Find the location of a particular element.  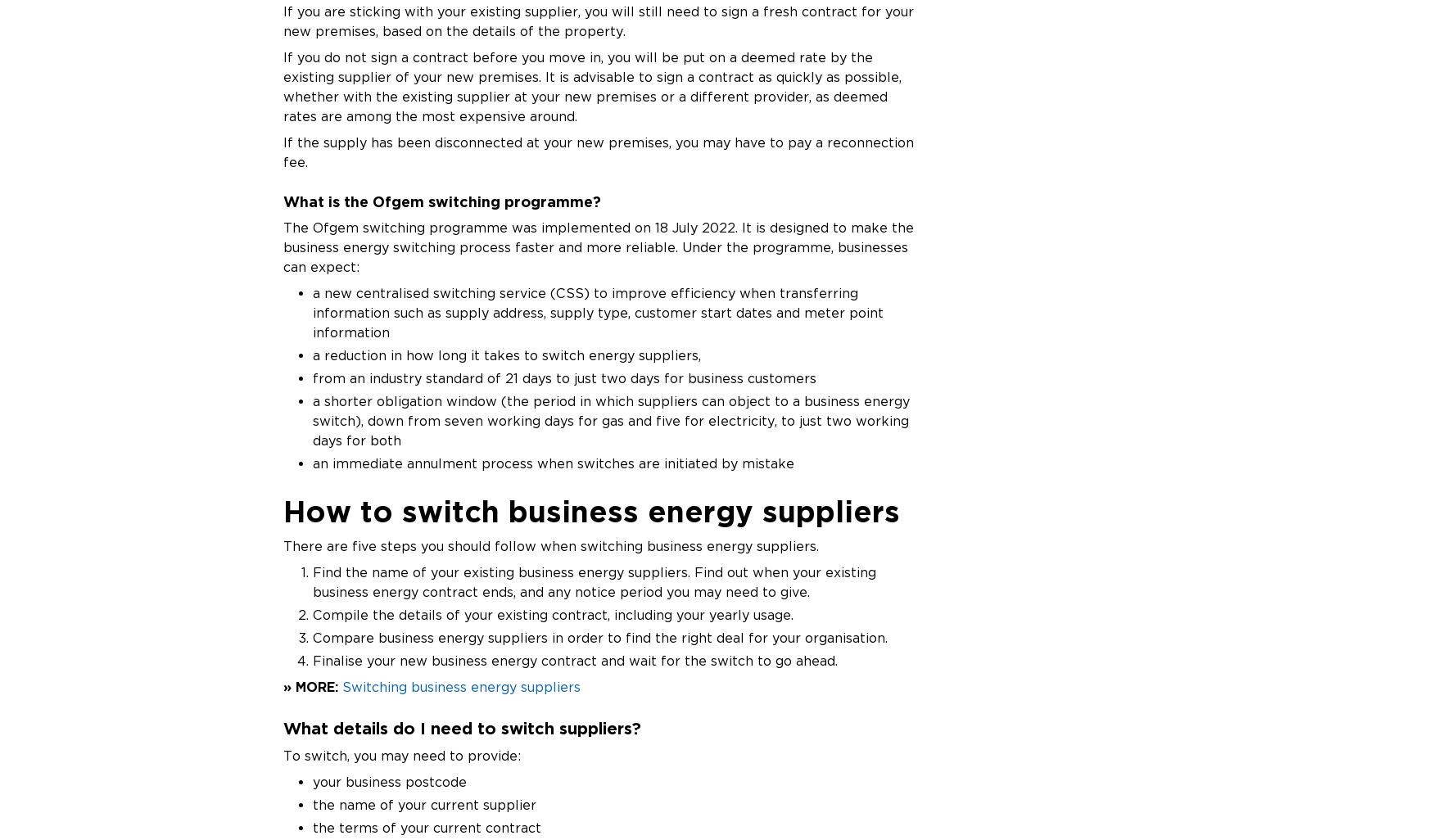

'If you do not sign a contract before you move in, you will be put on a deemed rate by the existing supplier of your new premises. It is advisable to sign a contract as quickly as possible, whether with the existing supplier at your new premises or a different provider, as deemed rates are among the most expensive around.' is located at coordinates (591, 86).